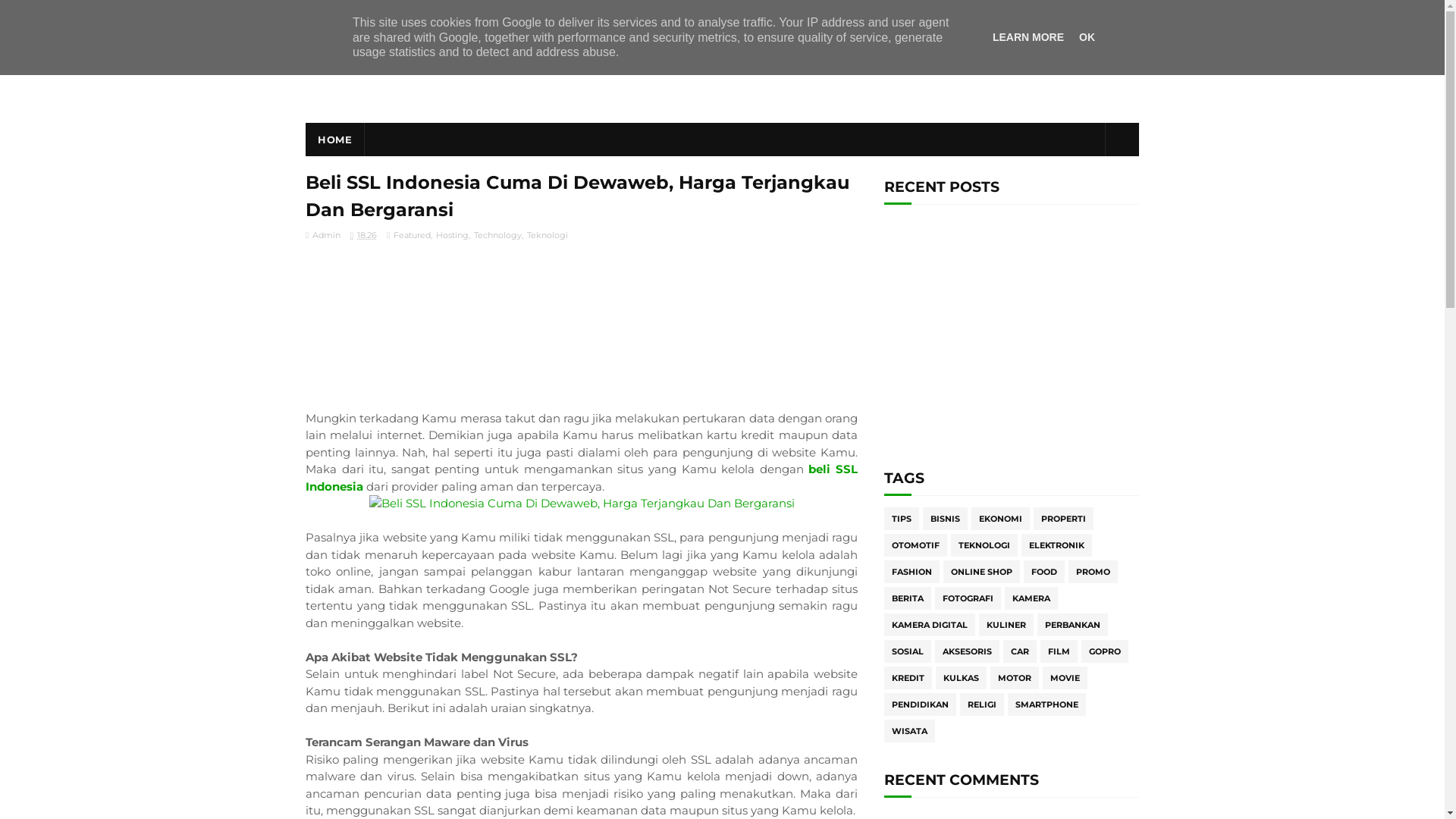 Image resolution: width=1456 pixels, height=819 pixels. Describe the element at coordinates (907, 598) in the screenshot. I see `'BERITA'` at that location.